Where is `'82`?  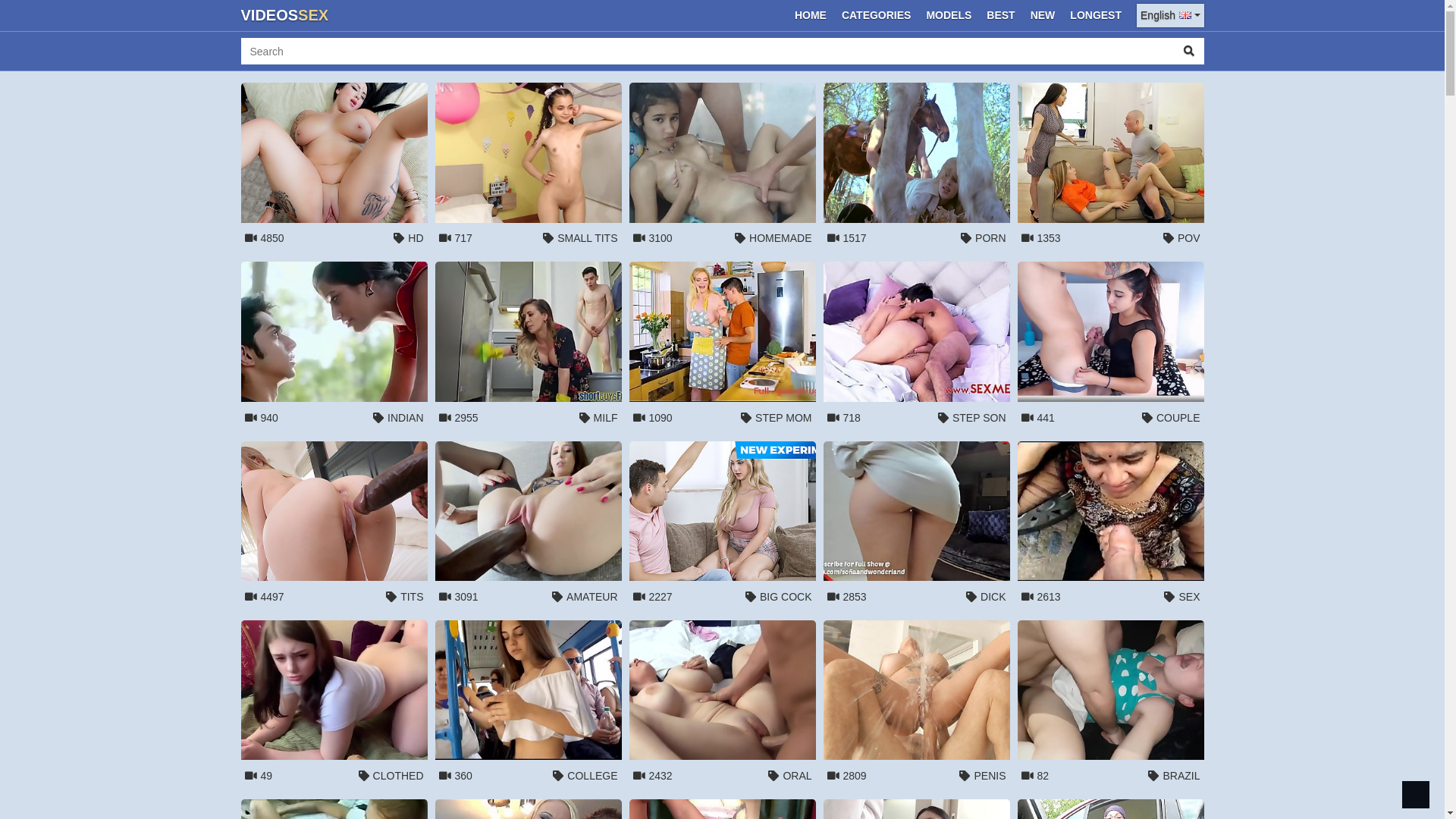
'82 is located at coordinates (1110, 705).